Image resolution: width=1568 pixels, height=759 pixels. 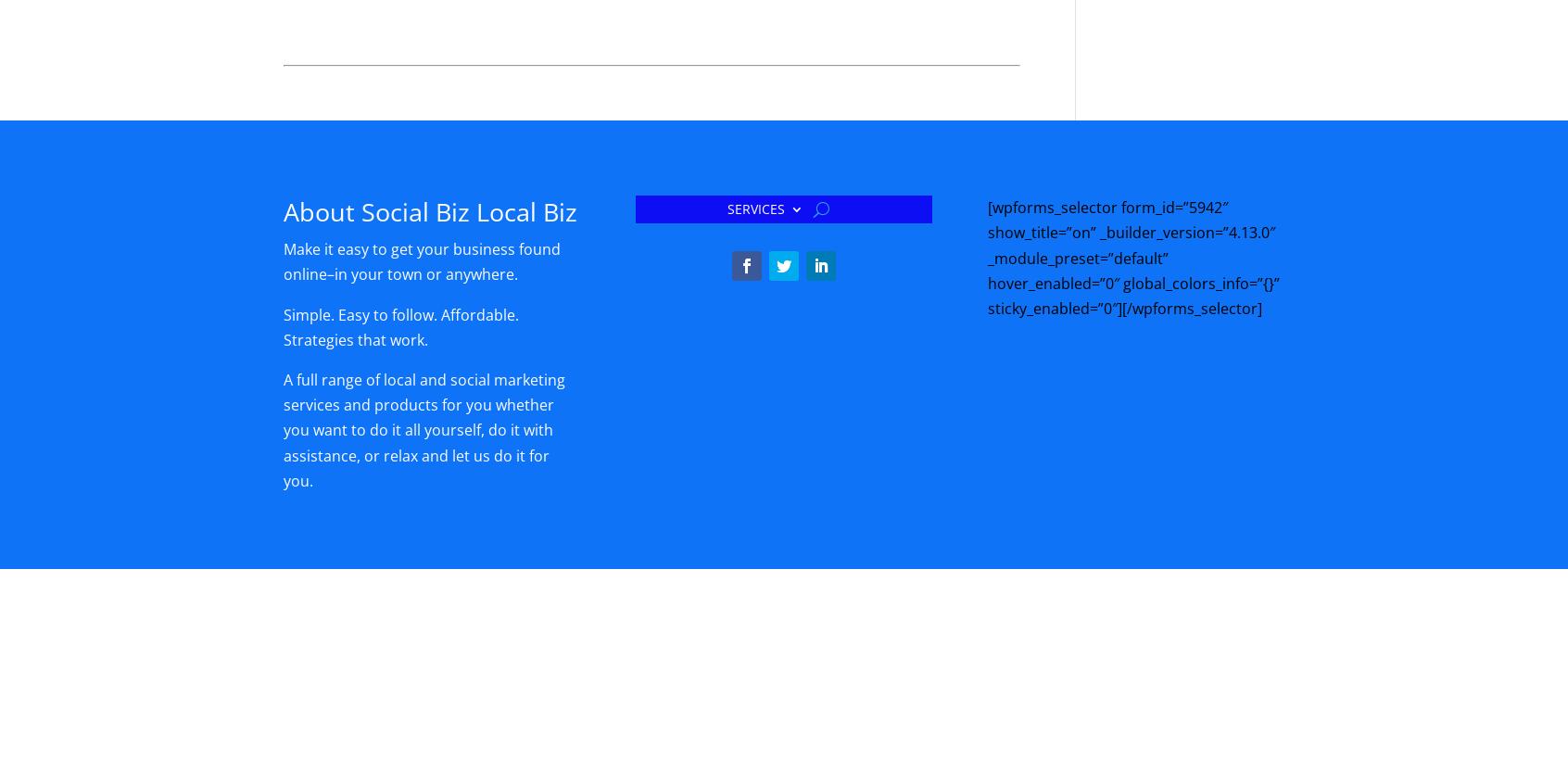 What do you see at coordinates (283, 211) in the screenshot?
I see `'About Social Biz Local Biz'` at bounding box center [283, 211].